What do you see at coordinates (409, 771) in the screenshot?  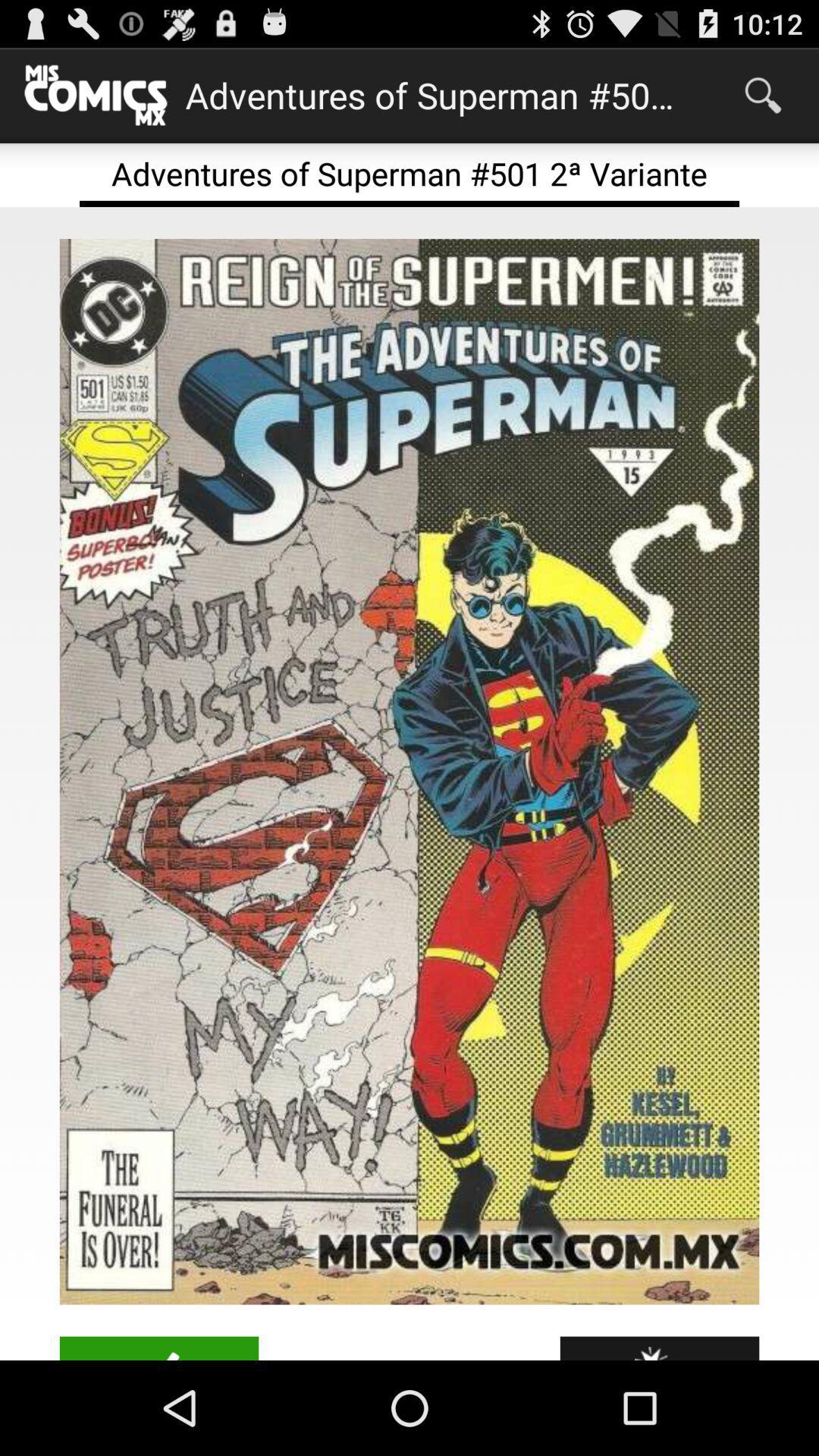 I see `the app below the adventures of superman` at bounding box center [409, 771].